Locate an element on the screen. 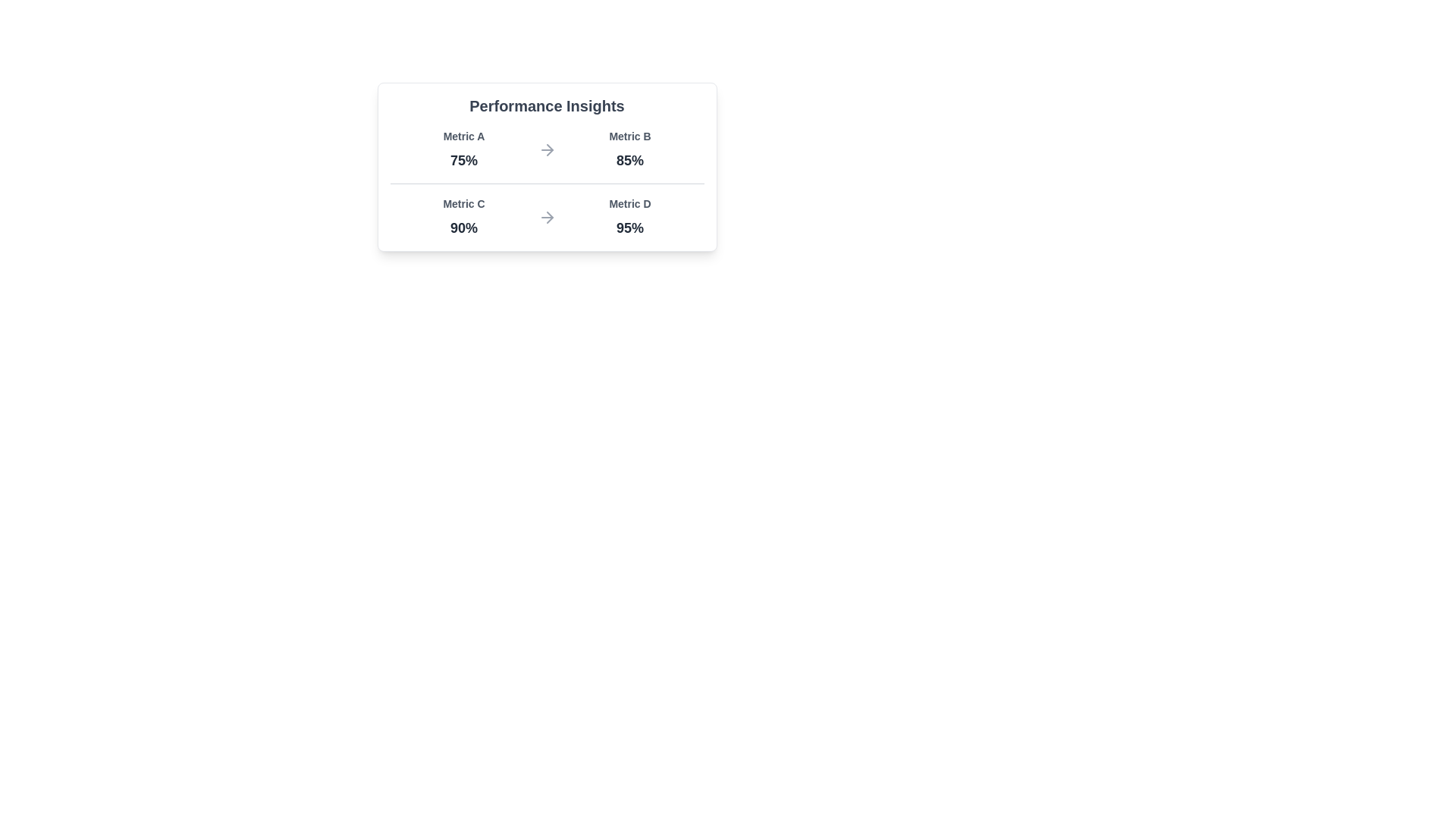  the Data Display element that shows 'Metric A' and '75%' in a comparison grid located in the upper left corner is located at coordinates (463, 149).